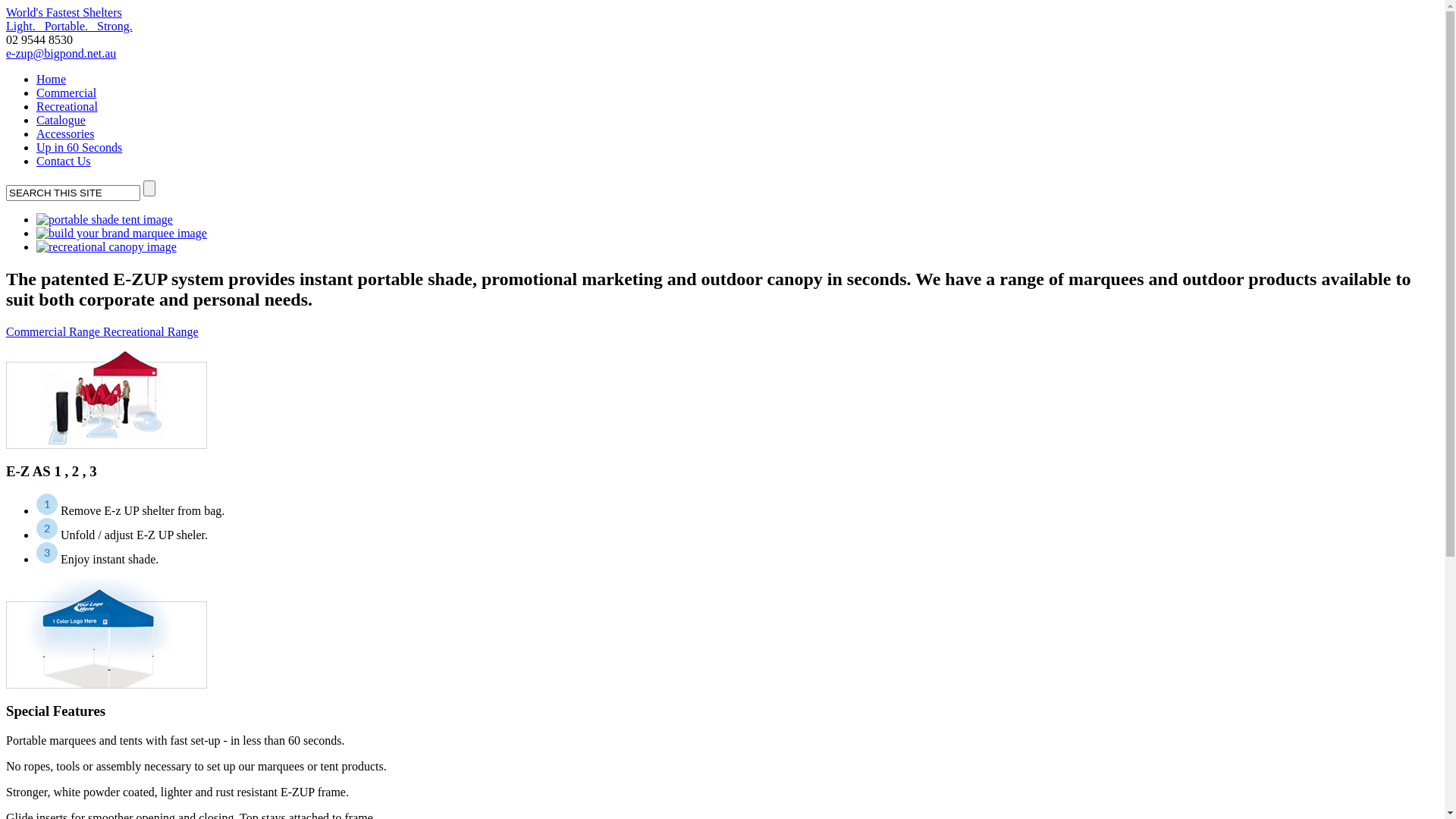  Describe the element at coordinates (55, 331) in the screenshot. I see `'Commercial Range'` at that location.